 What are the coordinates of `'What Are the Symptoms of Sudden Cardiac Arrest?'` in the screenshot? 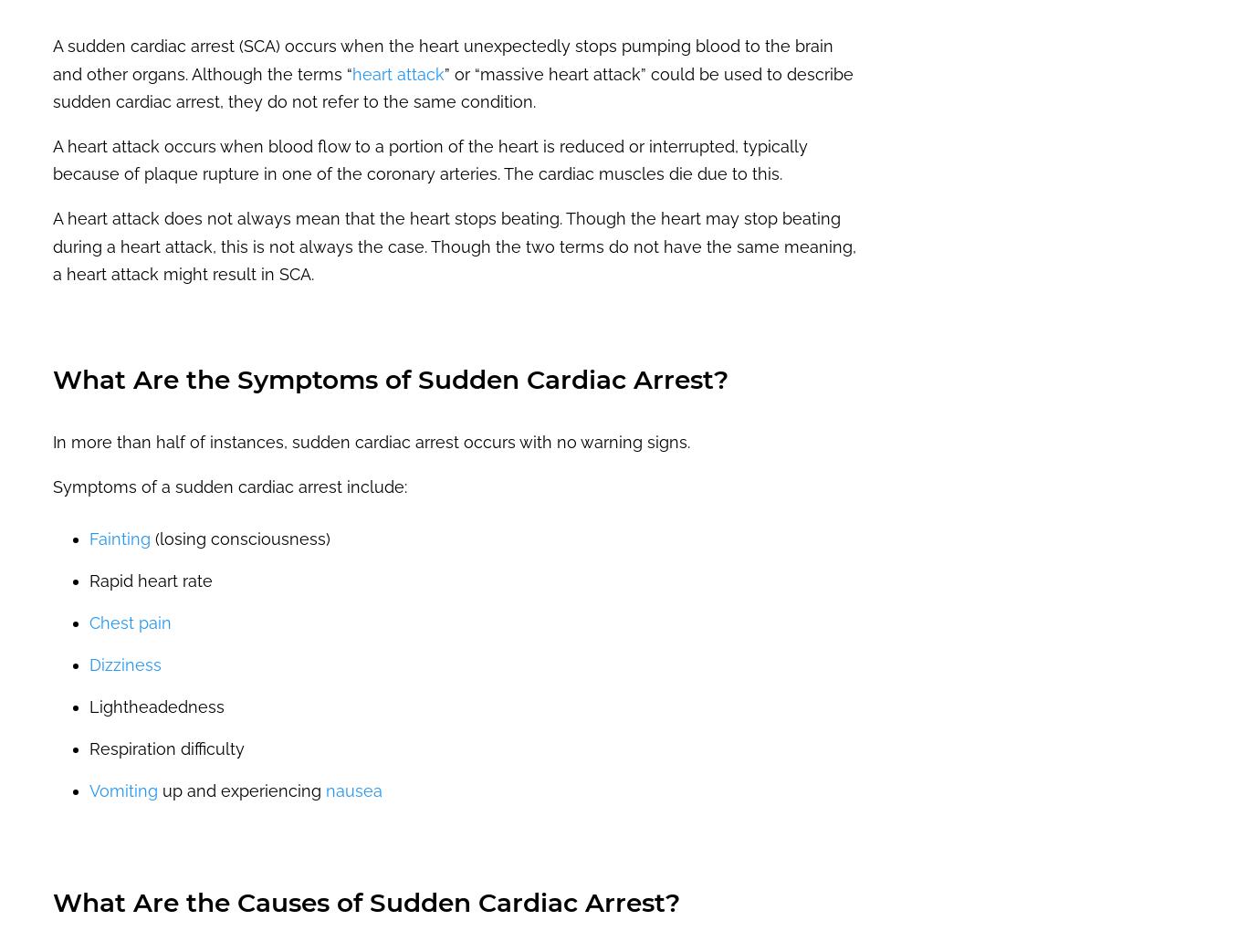 It's located at (389, 379).